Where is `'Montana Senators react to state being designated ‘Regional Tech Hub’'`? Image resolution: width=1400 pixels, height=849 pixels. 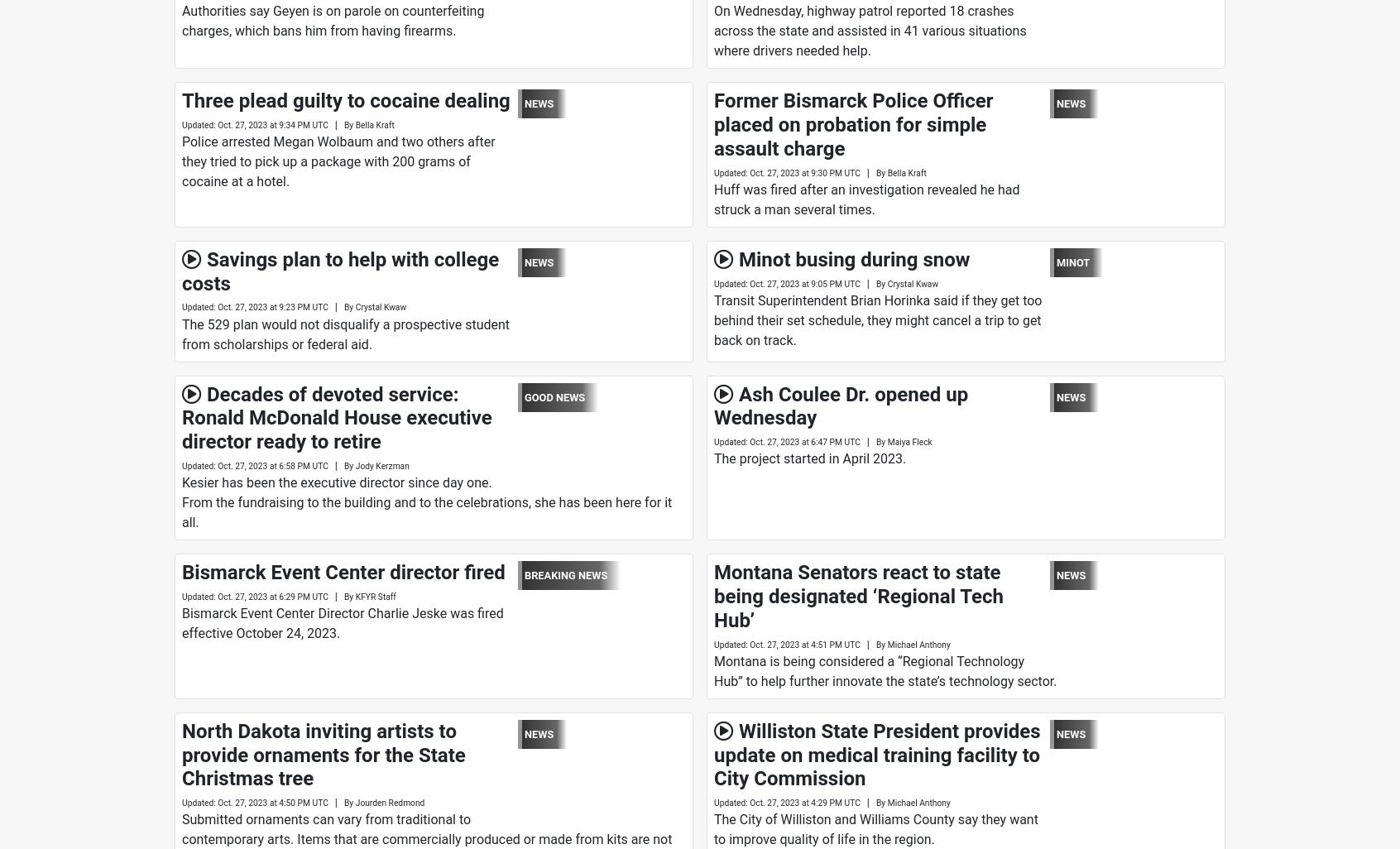
'Montana Senators react to state being designated ‘Regional Tech Hub’' is located at coordinates (858, 596).